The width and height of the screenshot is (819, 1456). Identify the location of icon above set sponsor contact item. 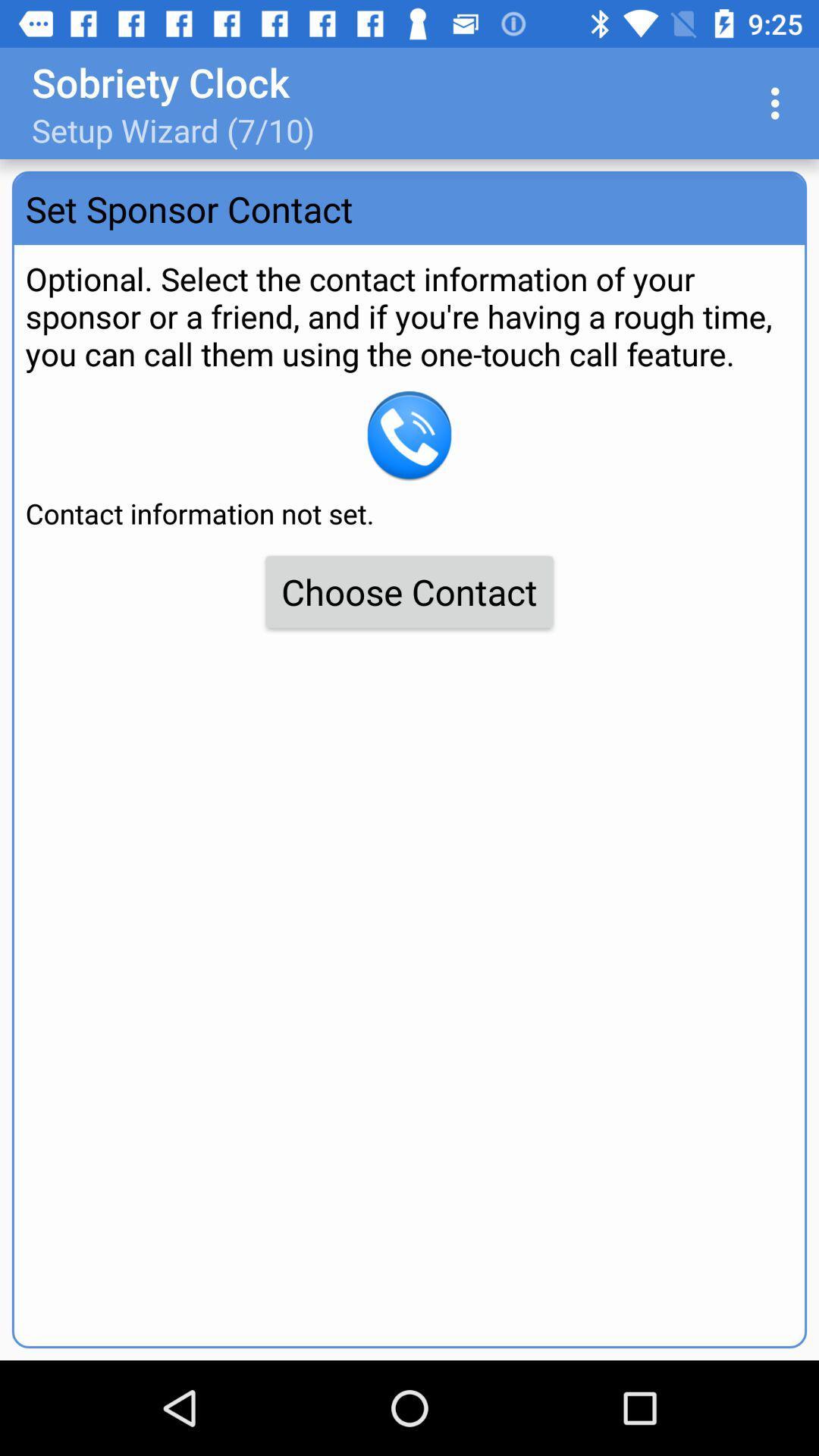
(779, 102).